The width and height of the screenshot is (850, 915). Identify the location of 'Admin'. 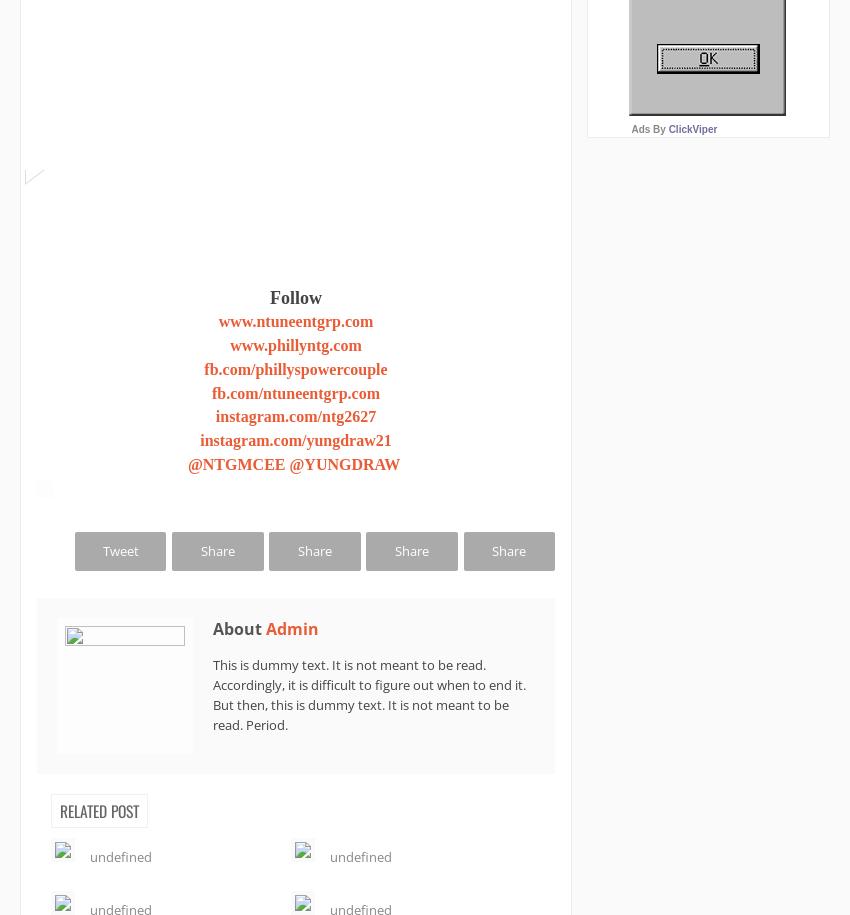
(291, 628).